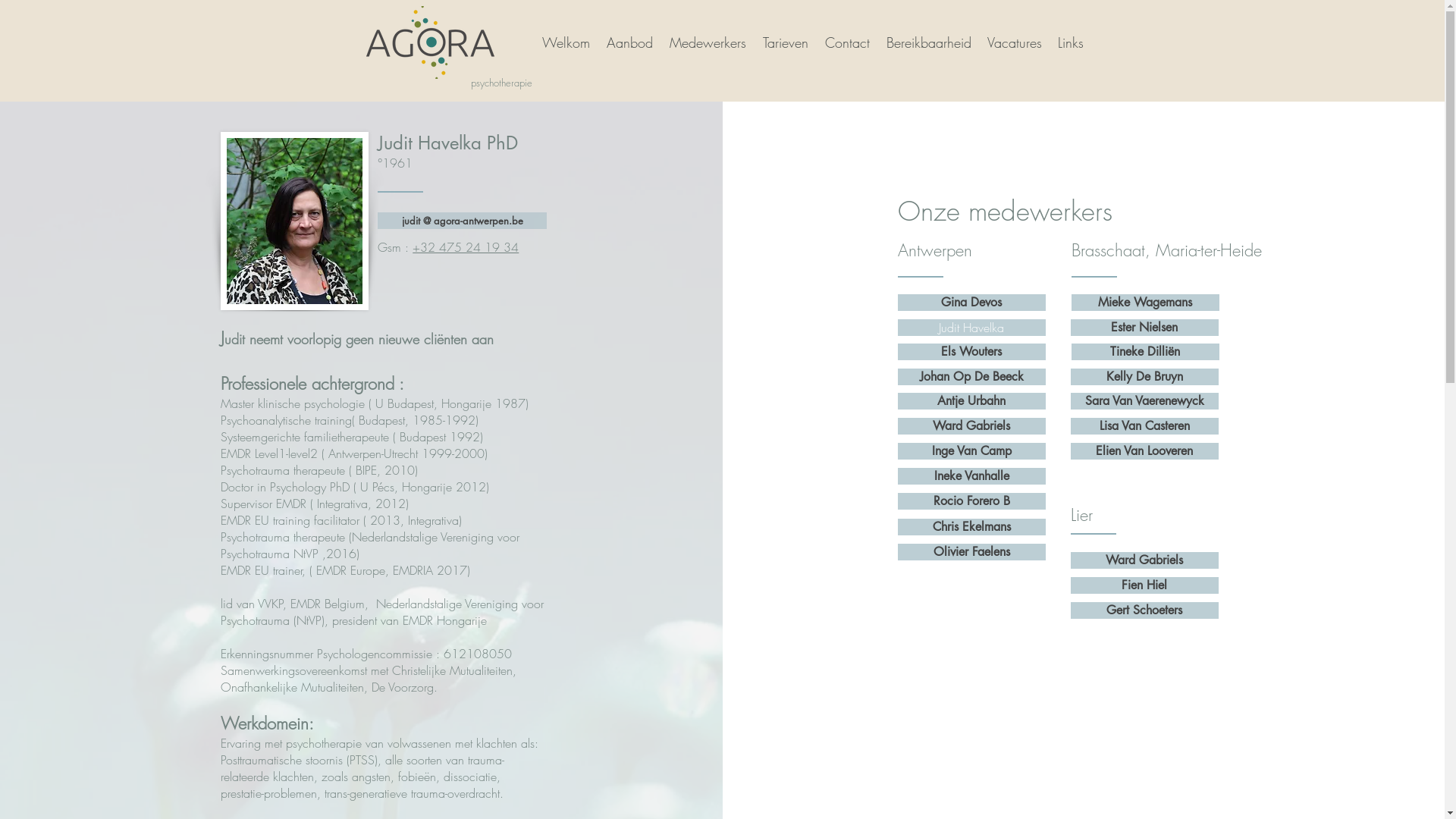  Describe the element at coordinates (971, 400) in the screenshot. I see `'Antje Urbahn'` at that location.